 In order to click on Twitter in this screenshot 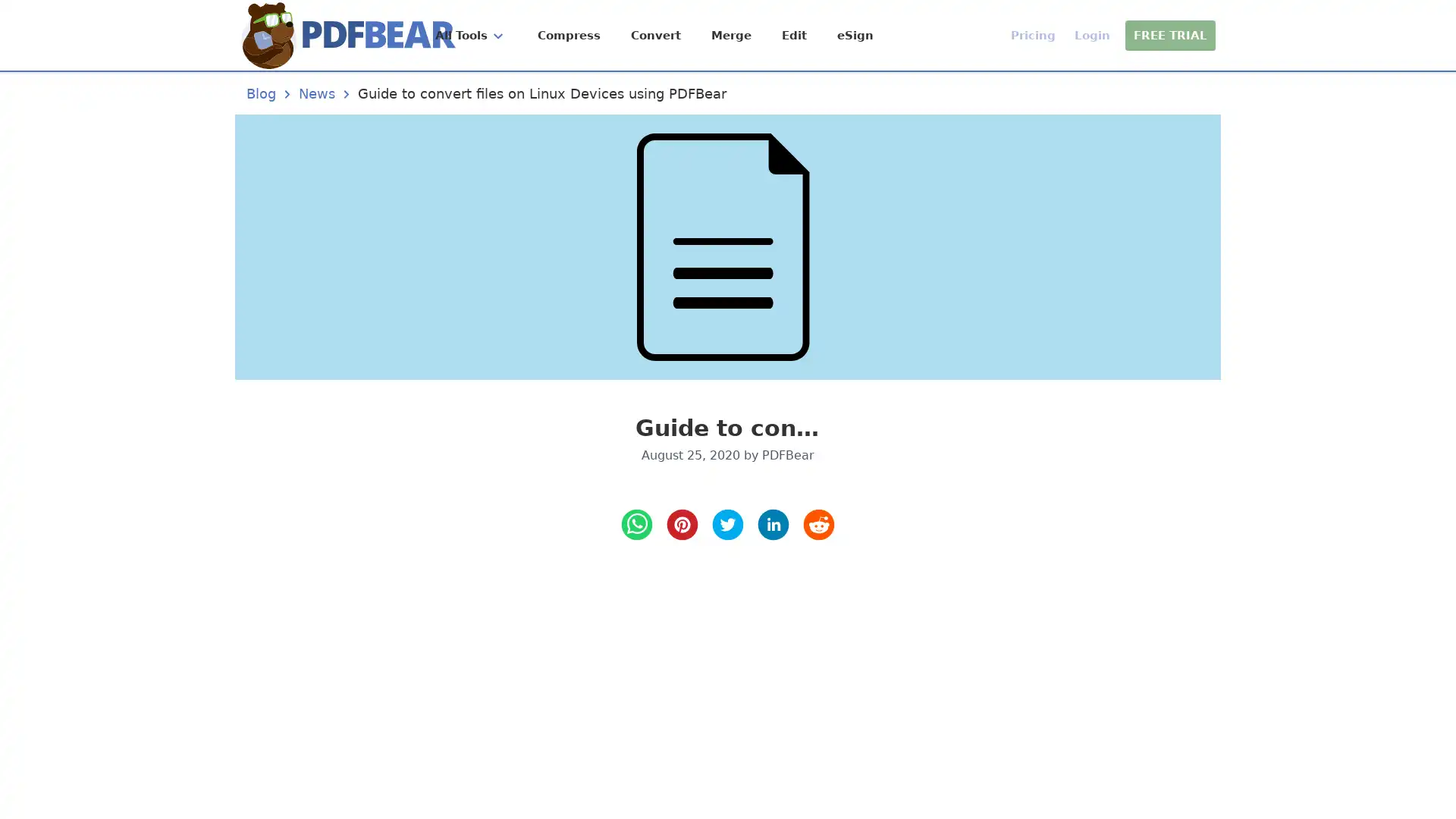, I will do `click(728, 523)`.